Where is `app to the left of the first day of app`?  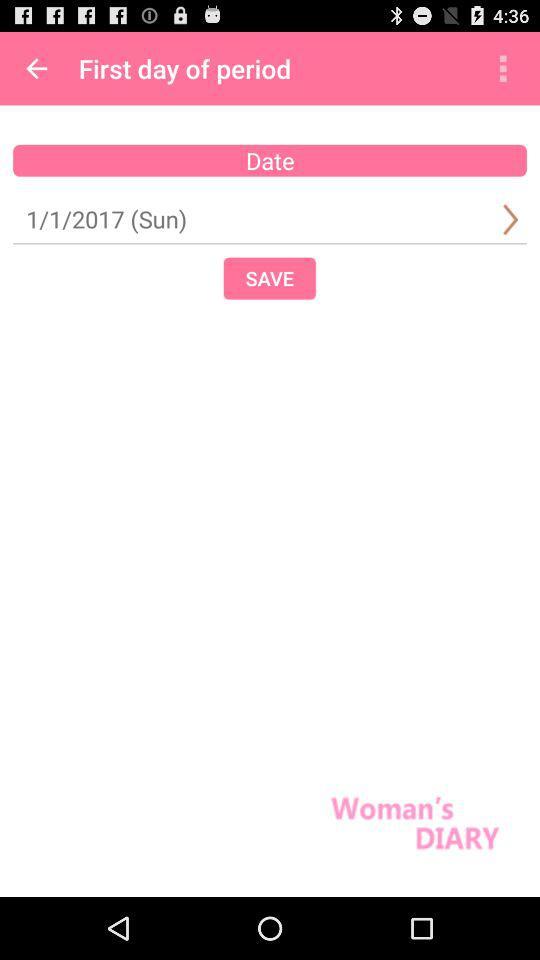 app to the left of the first day of app is located at coordinates (36, 68).